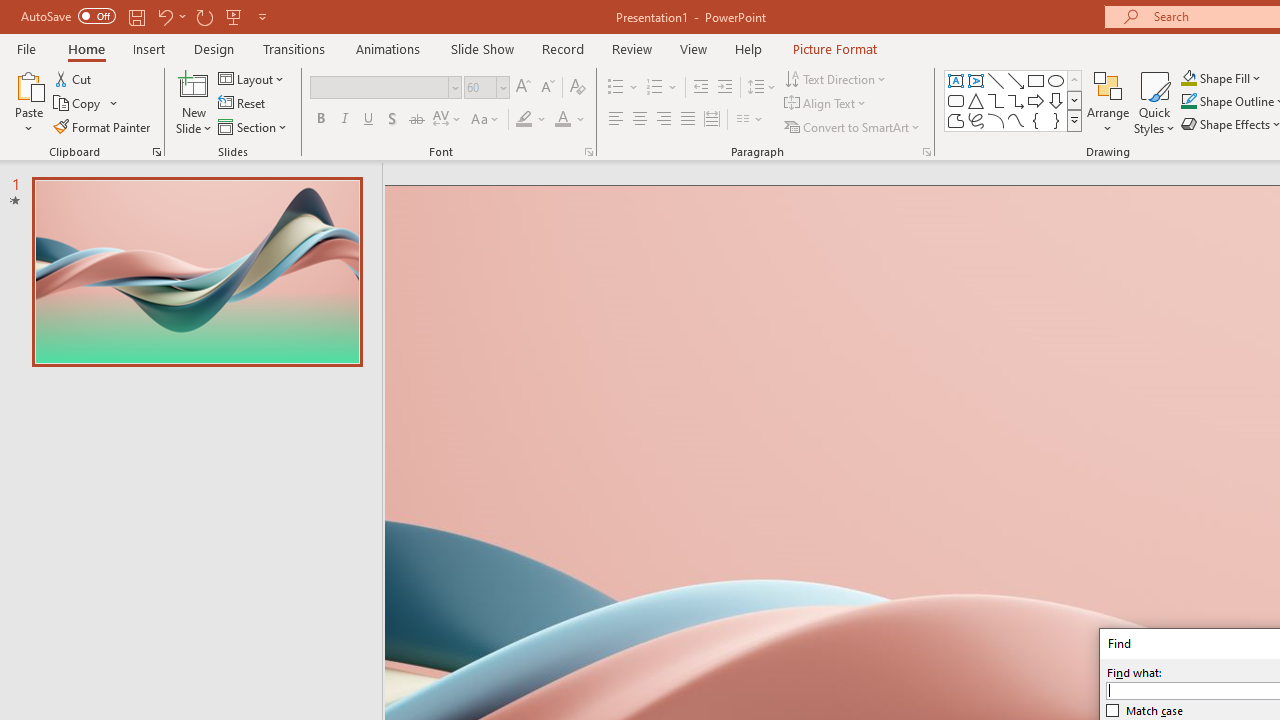 The image size is (1280, 720). I want to click on 'Shape Fill Orange, Accent 2', so click(1189, 77).